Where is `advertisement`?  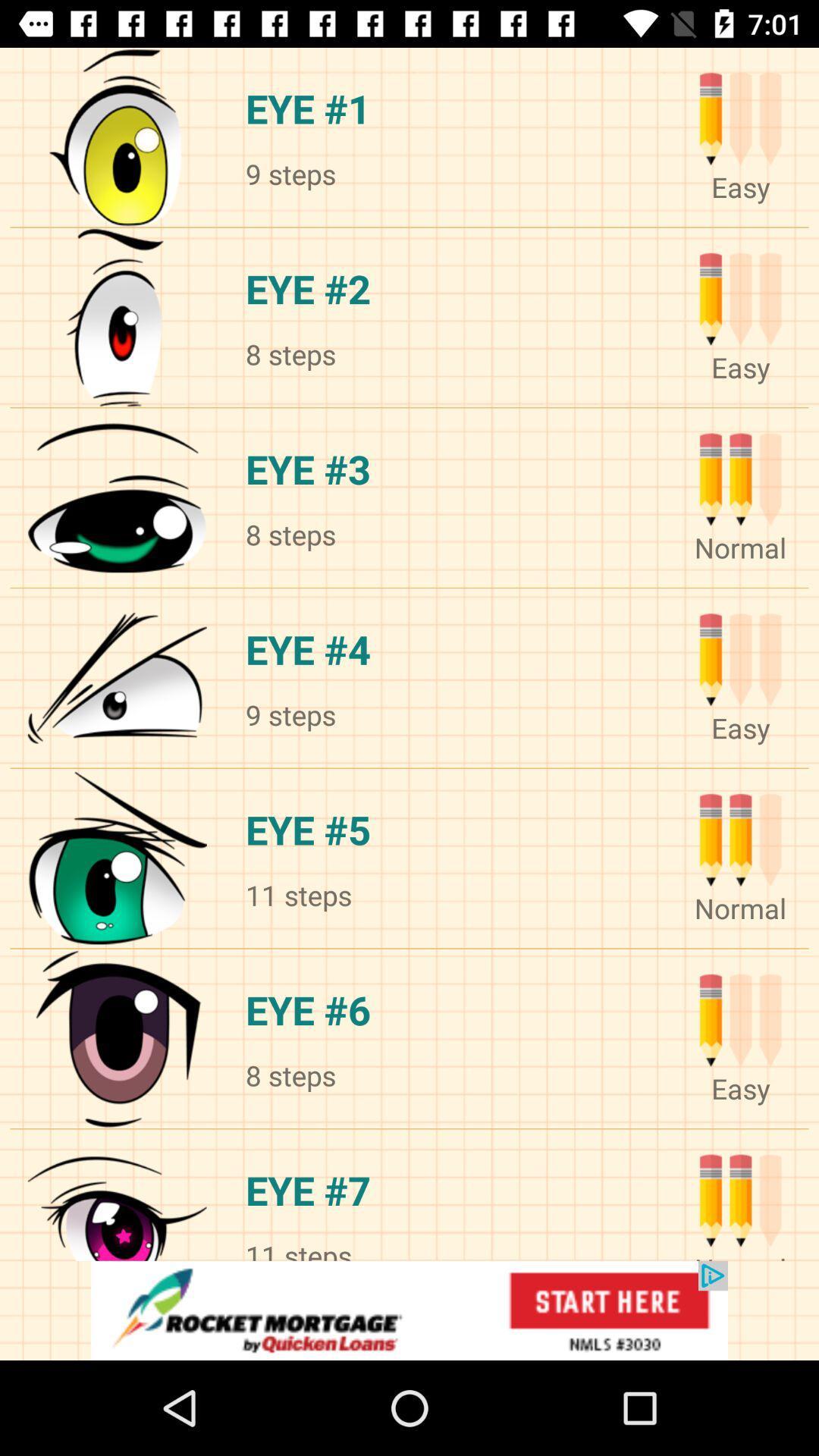
advertisement is located at coordinates (409, 1310).